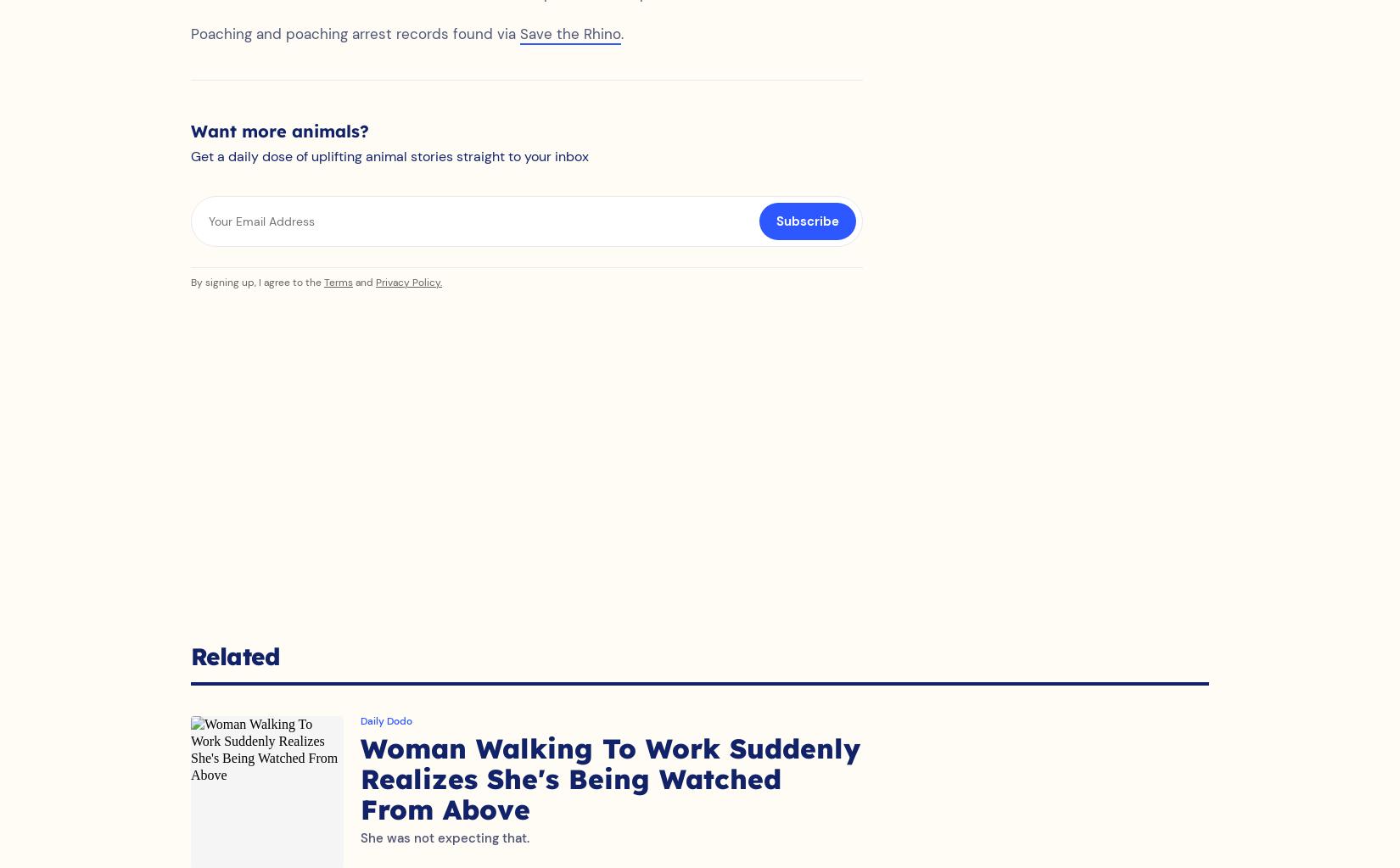 The height and width of the screenshot is (868, 1400). What do you see at coordinates (191, 172) in the screenshot?
I see `'Get a daily dose of uplifting animal stories straight to your inbox'` at bounding box center [191, 172].